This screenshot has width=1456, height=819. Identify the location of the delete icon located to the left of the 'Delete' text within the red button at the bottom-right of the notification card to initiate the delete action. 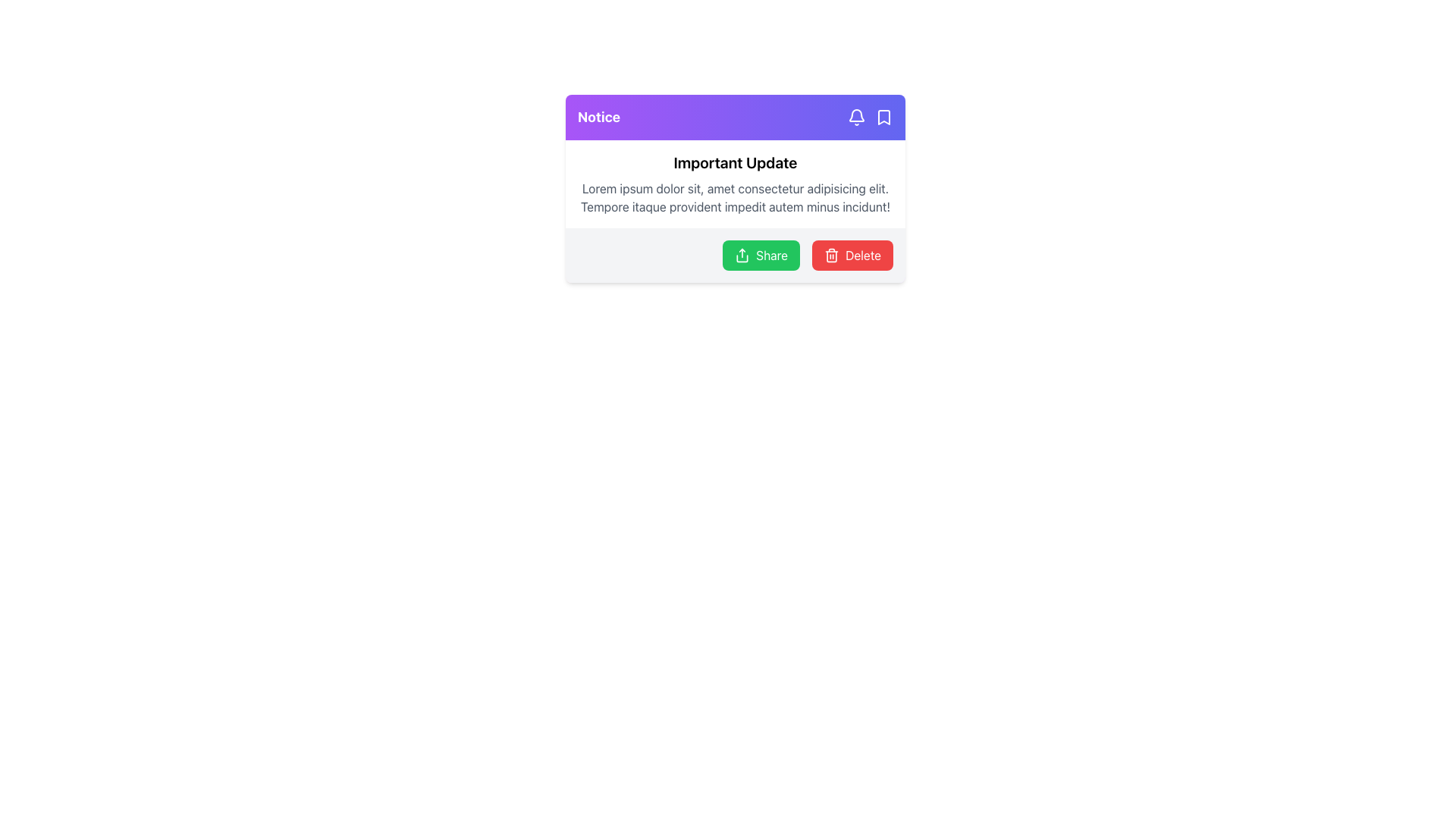
(831, 254).